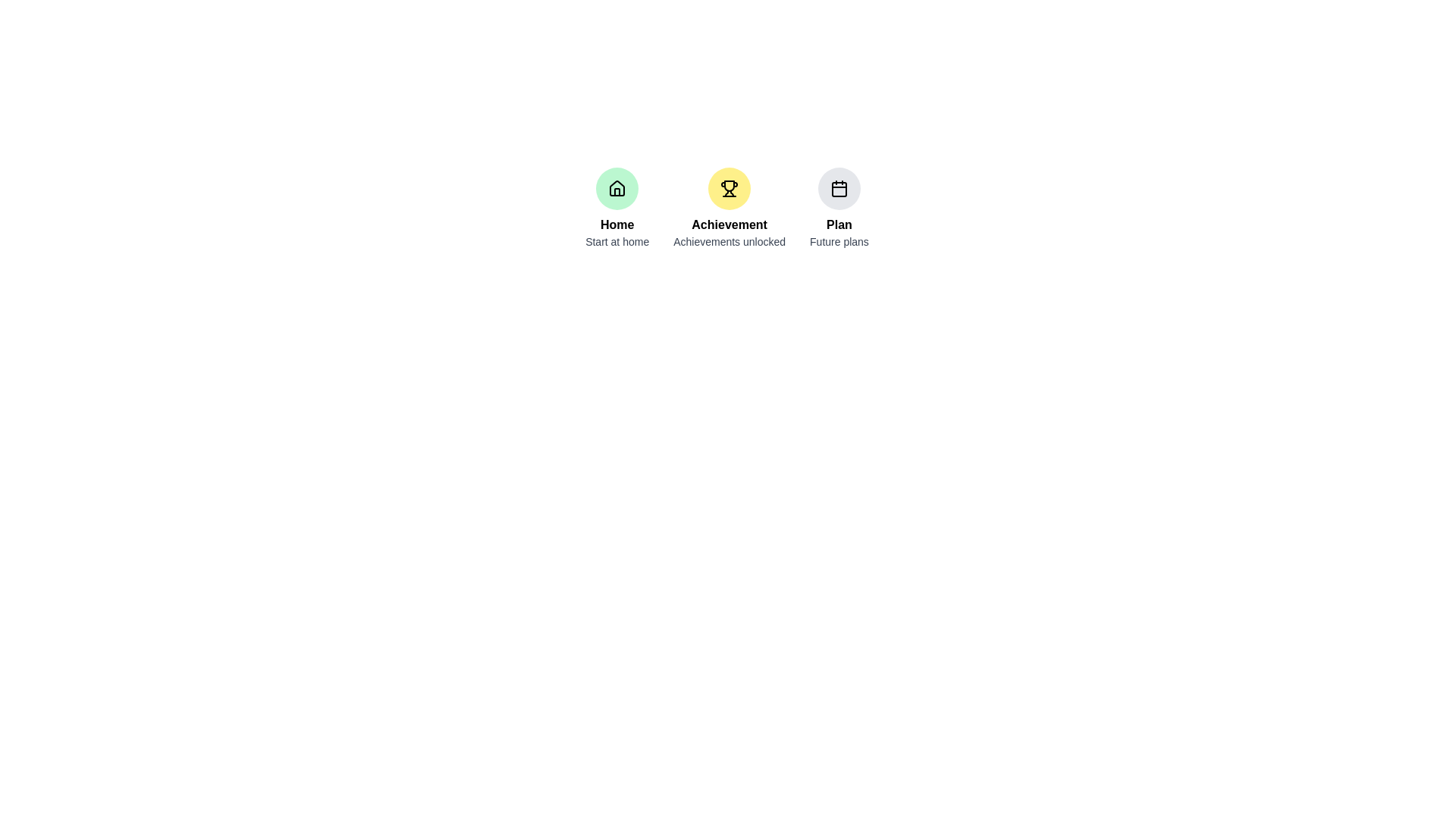  I want to click on the third navigational item with an icon and text, located to the right of the 'Achievement' section and below the calendar icon, so click(838, 208).